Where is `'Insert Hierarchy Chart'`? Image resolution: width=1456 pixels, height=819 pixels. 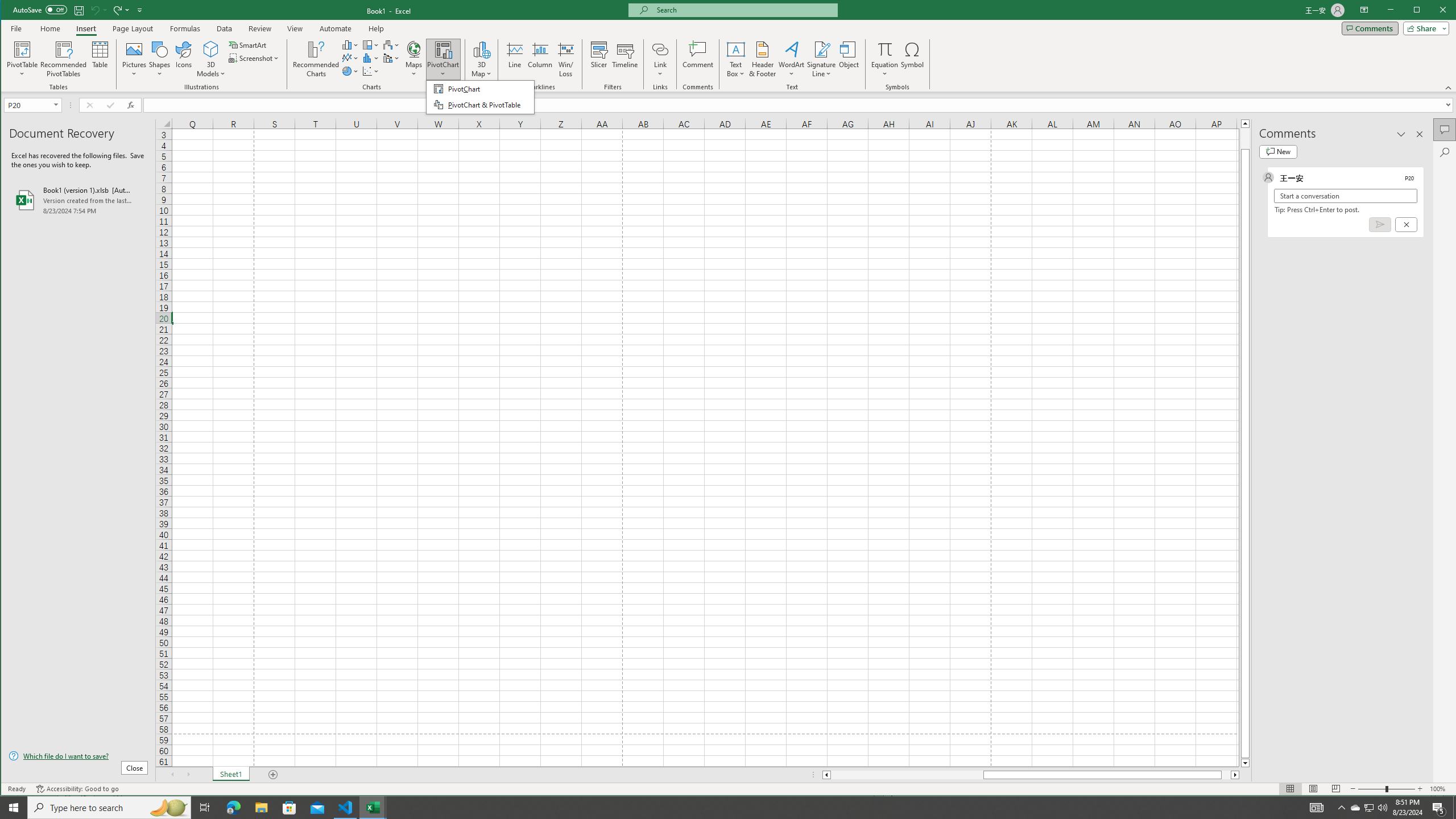
'Insert Hierarchy Chart' is located at coordinates (371, 44).